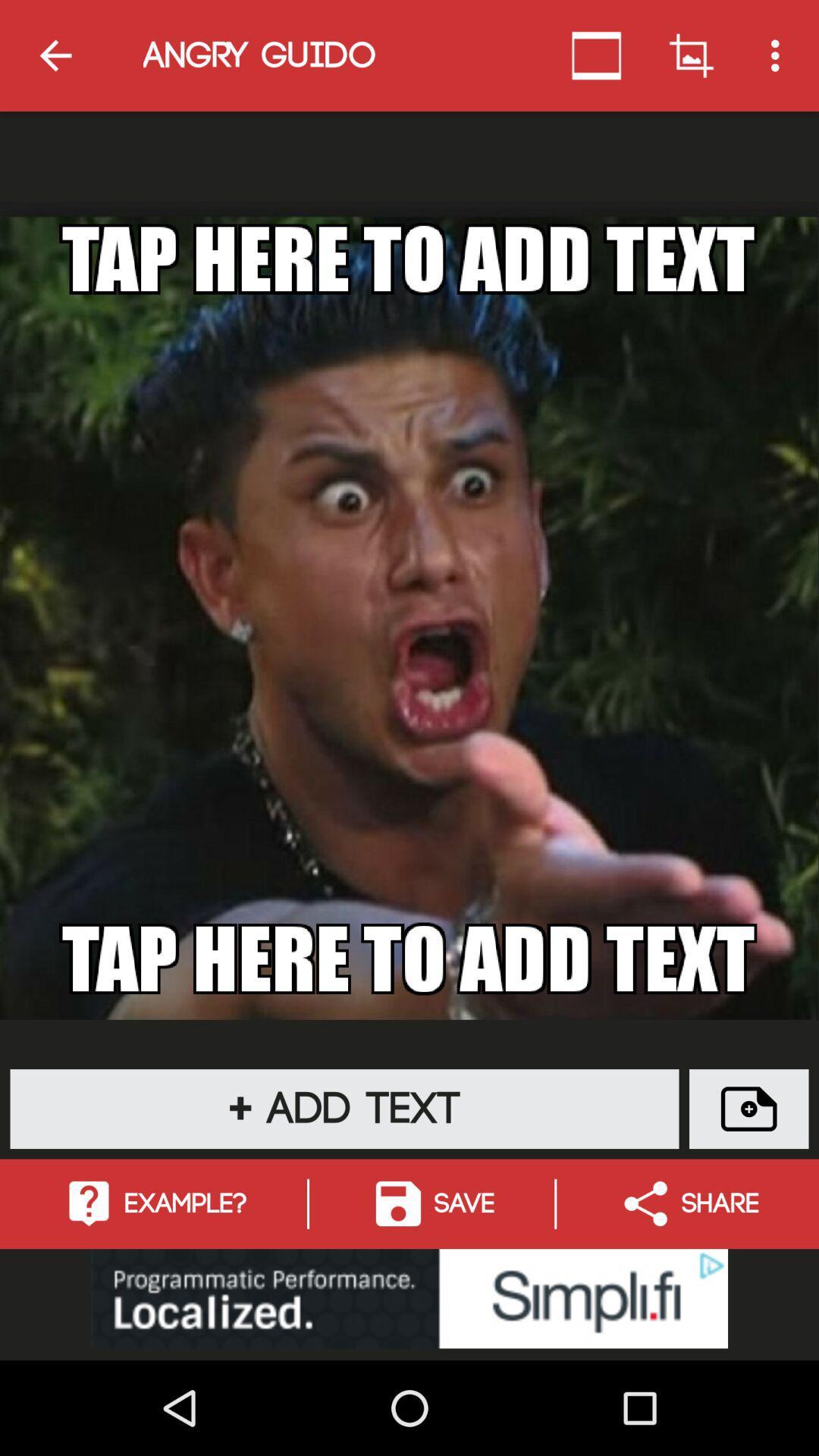 The width and height of the screenshot is (819, 1456). Describe the element at coordinates (409, 1298) in the screenshot. I see `advertisements button` at that location.